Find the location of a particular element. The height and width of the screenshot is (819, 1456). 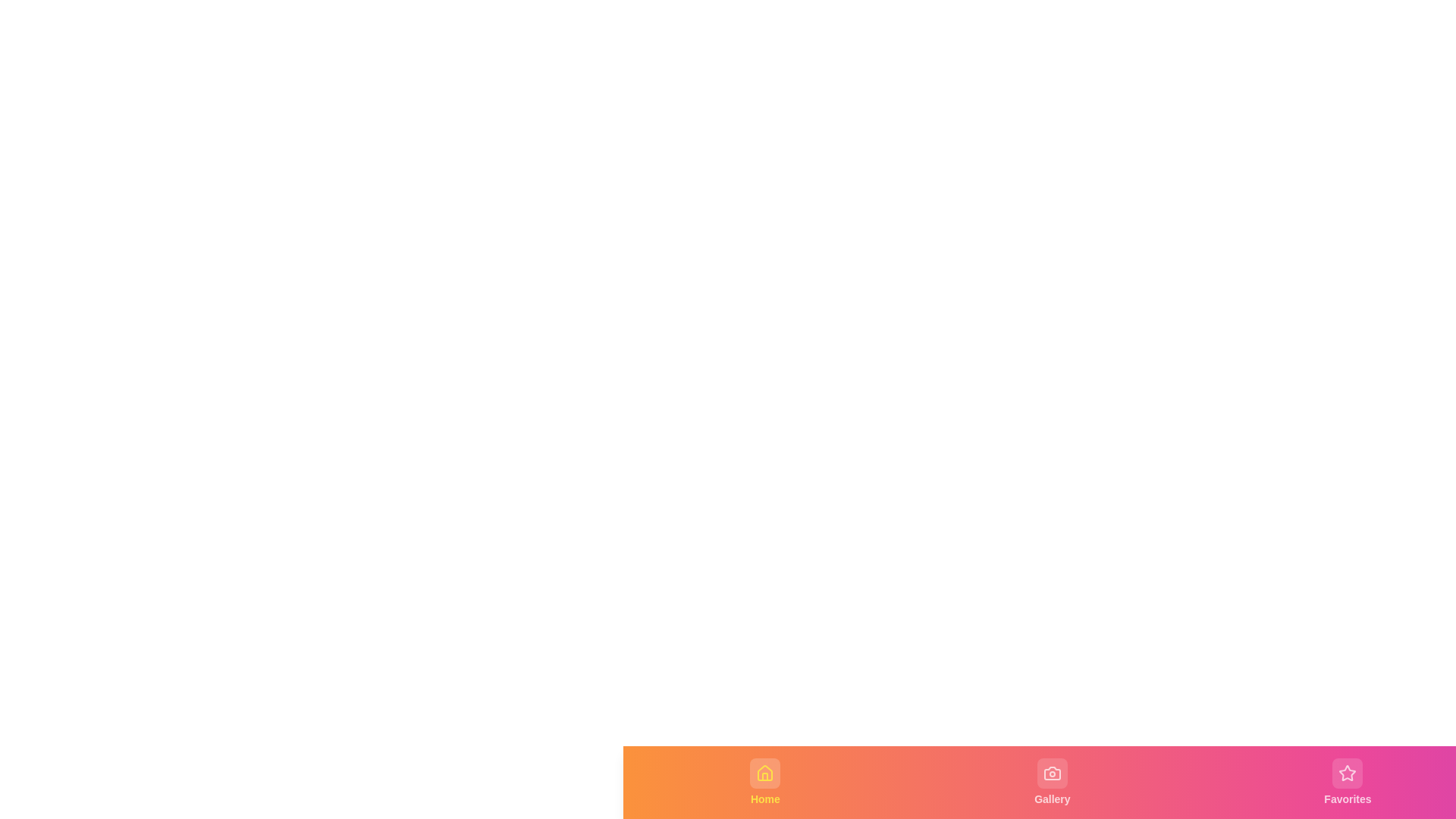

the Favorites tab to observe the visual feedback is located at coordinates (1348, 783).